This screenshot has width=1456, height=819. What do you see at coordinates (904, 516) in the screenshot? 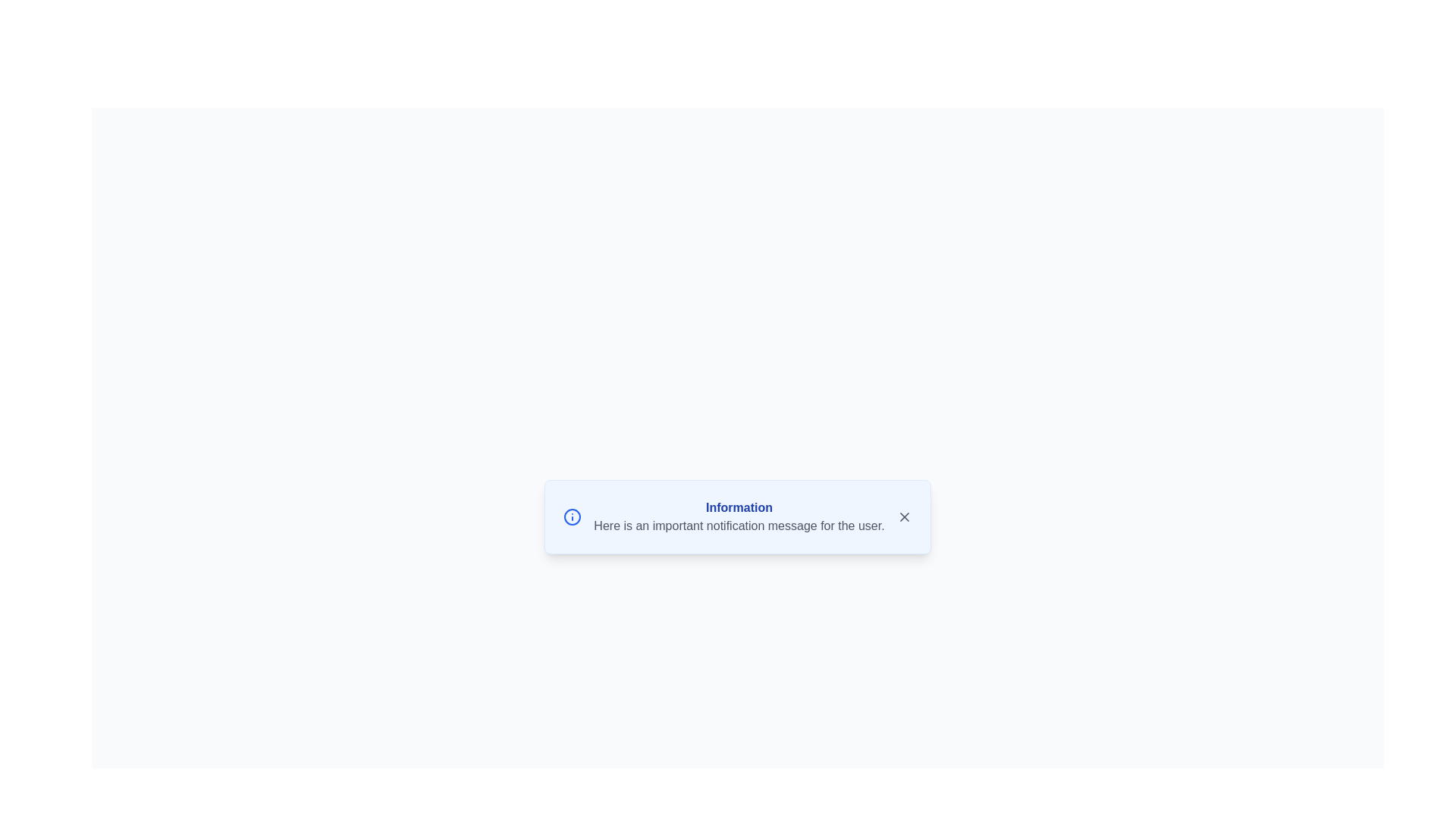
I see `the close button located at the far-right end of the notification panel` at bounding box center [904, 516].